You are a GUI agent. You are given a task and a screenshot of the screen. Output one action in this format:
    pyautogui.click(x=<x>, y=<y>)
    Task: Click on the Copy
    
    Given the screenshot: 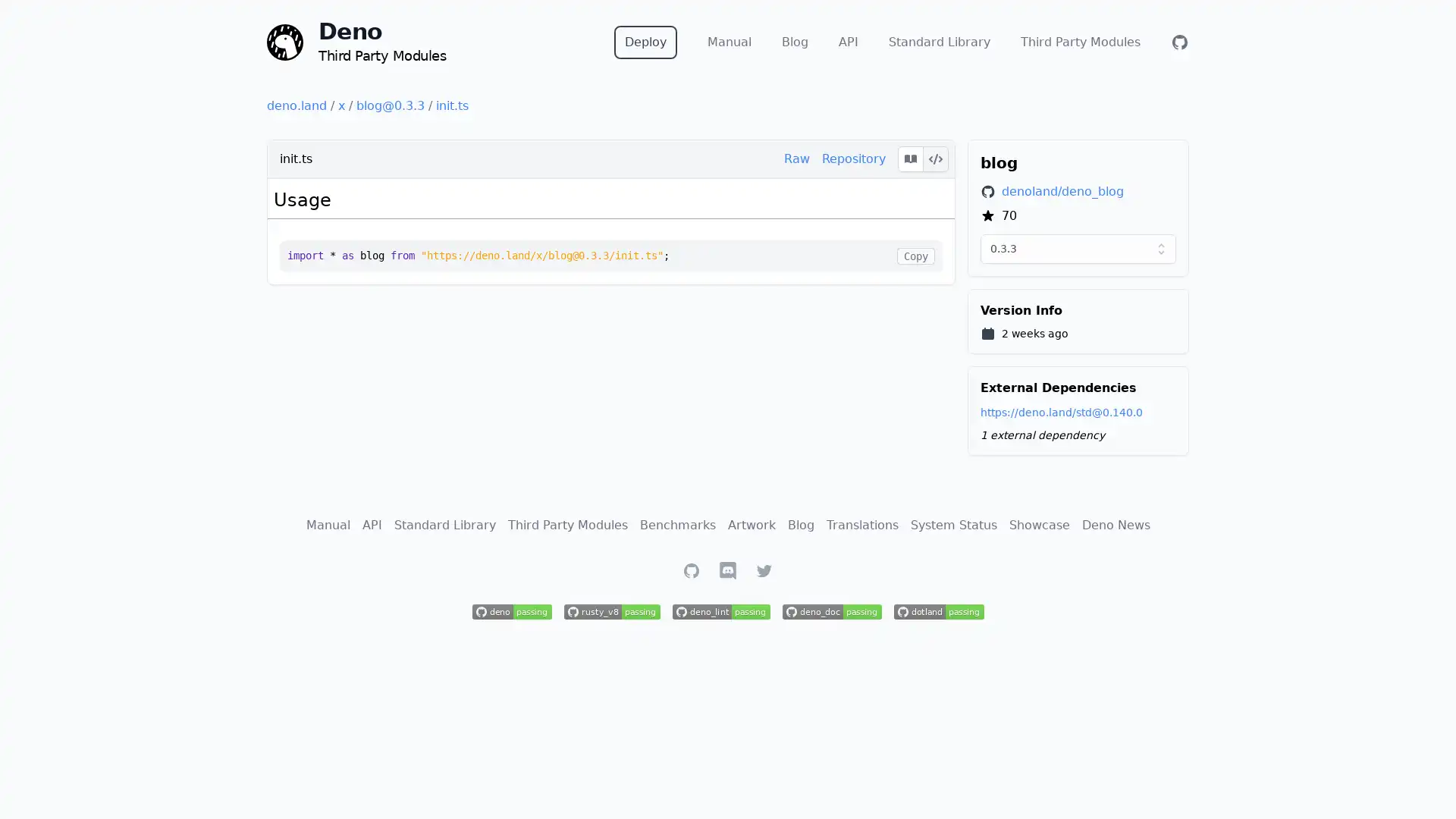 What is the action you would take?
    pyautogui.click(x=915, y=256)
    